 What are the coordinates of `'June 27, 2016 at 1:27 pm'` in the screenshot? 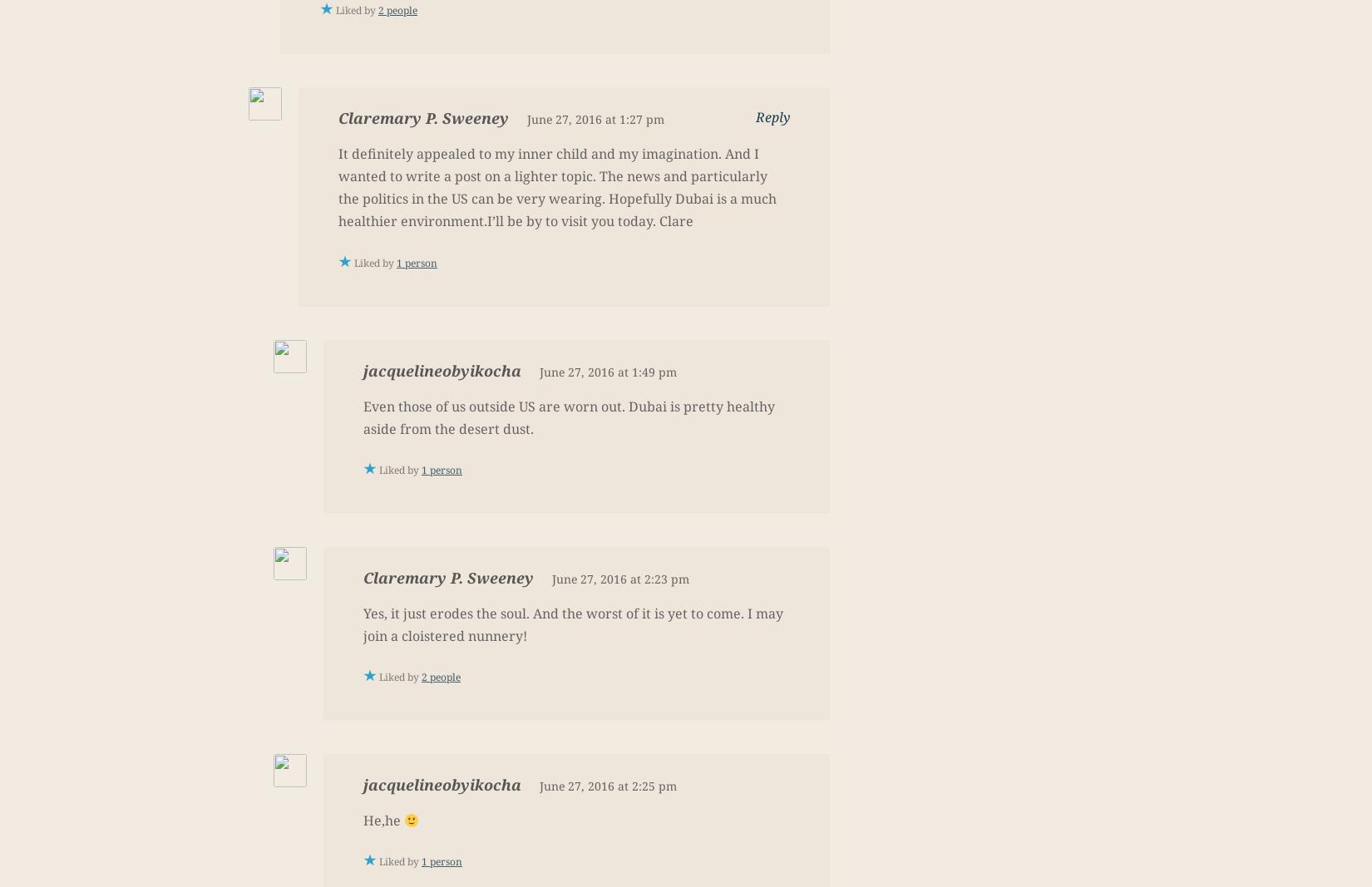 It's located at (595, 117).